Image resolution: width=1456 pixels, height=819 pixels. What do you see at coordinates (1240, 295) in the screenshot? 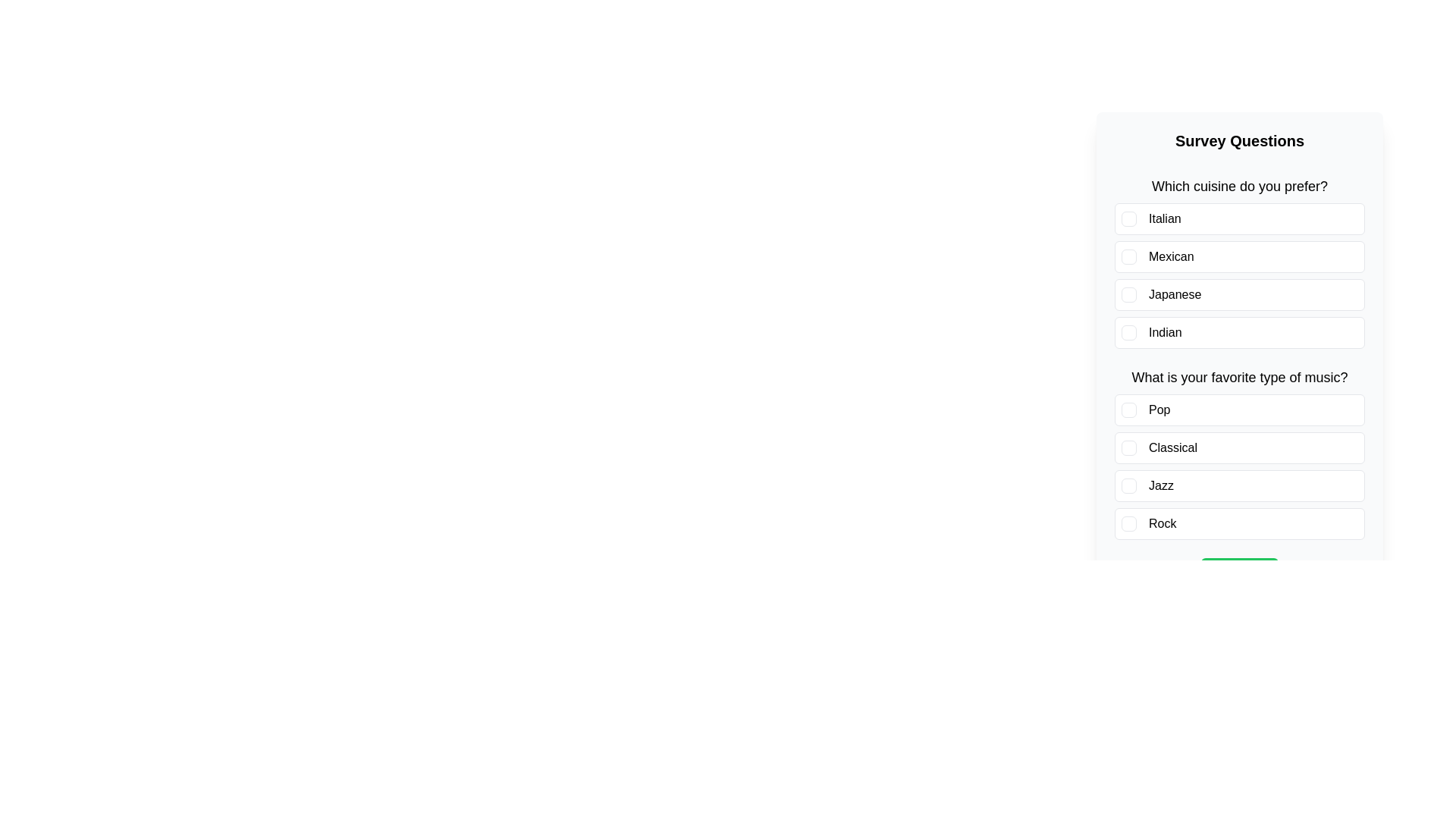
I see `the answer option Japanese` at bounding box center [1240, 295].